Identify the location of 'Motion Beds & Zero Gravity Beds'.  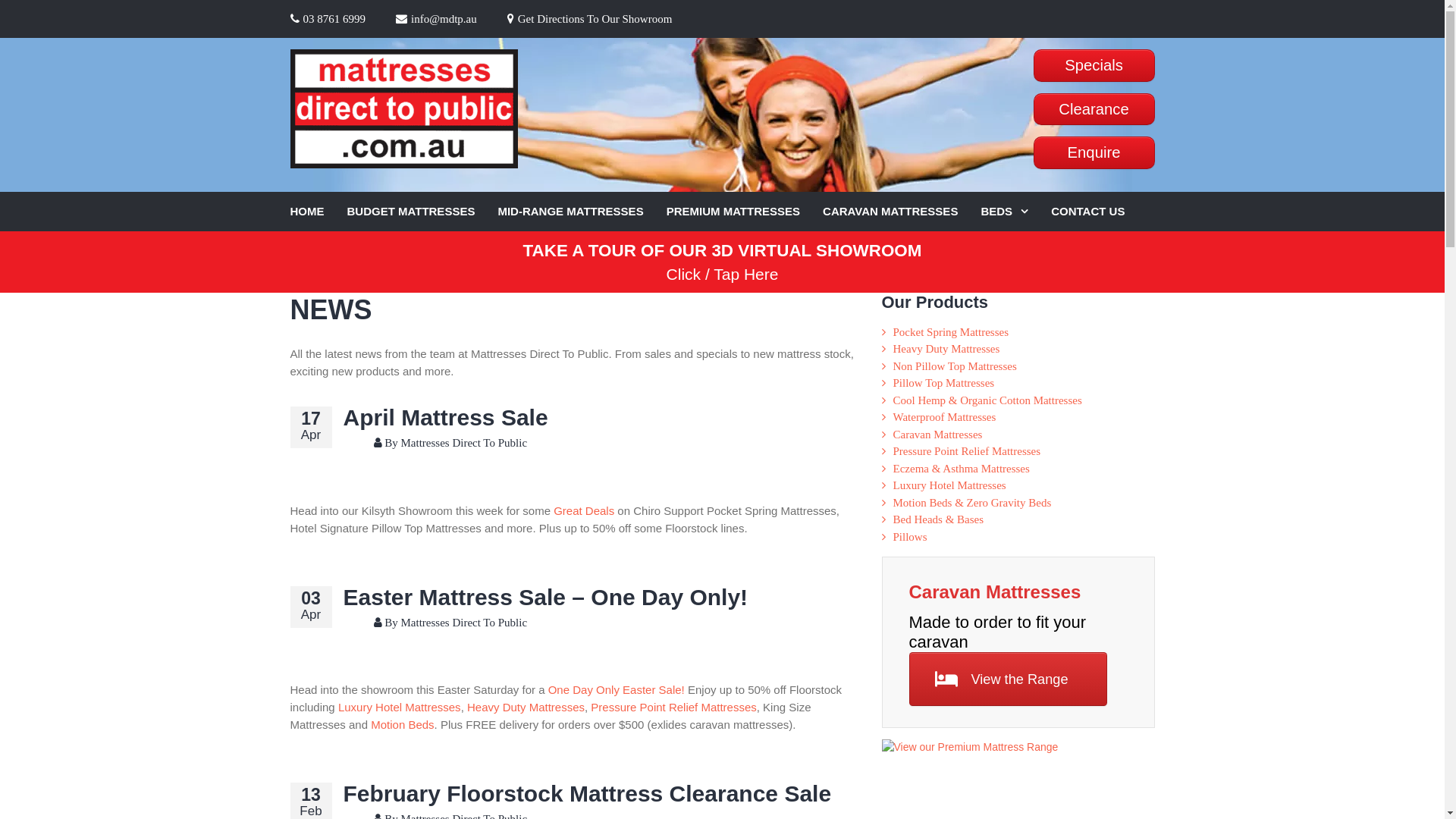
(972, 503).